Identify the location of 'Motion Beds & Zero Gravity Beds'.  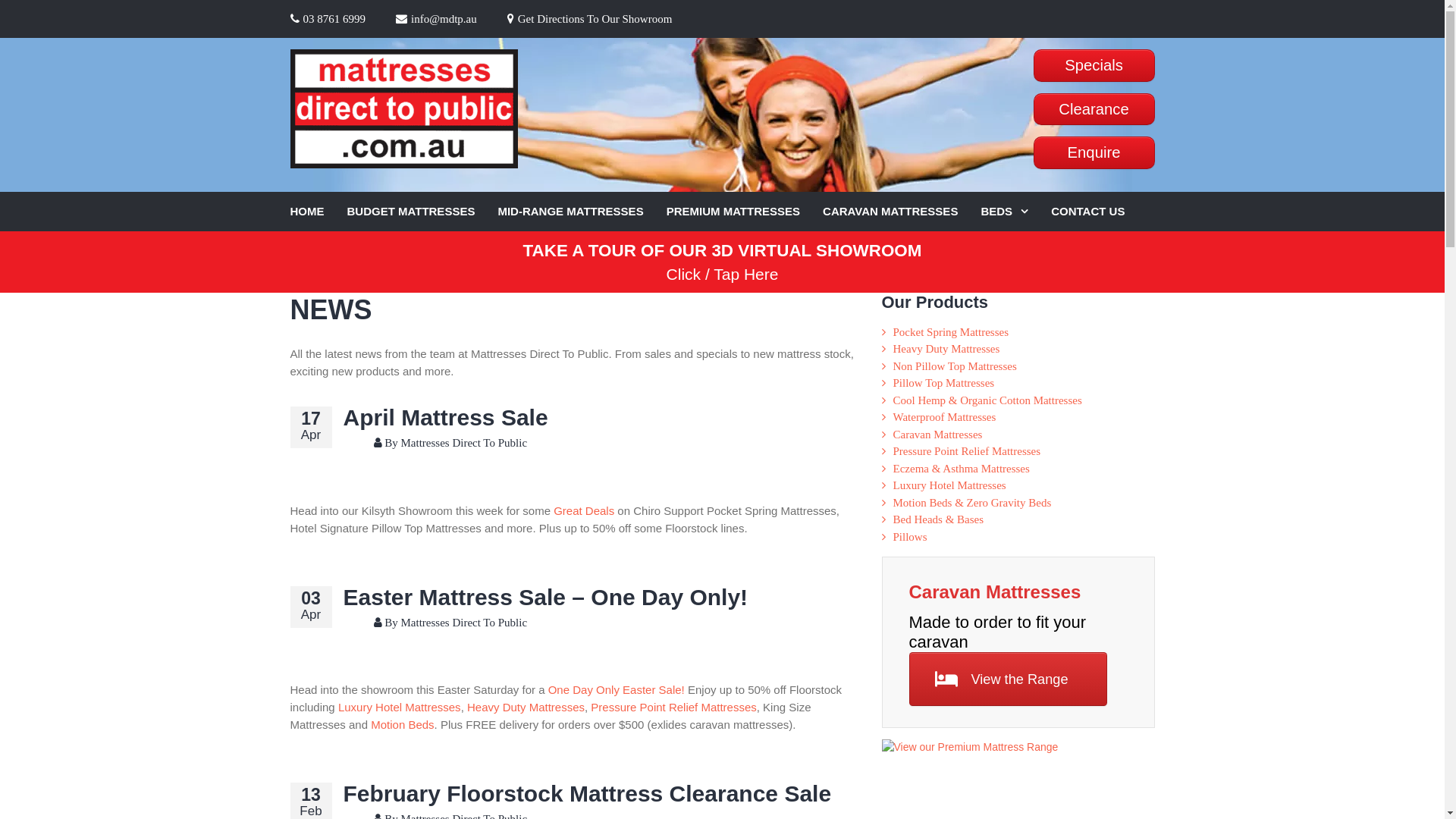
(972, 503).